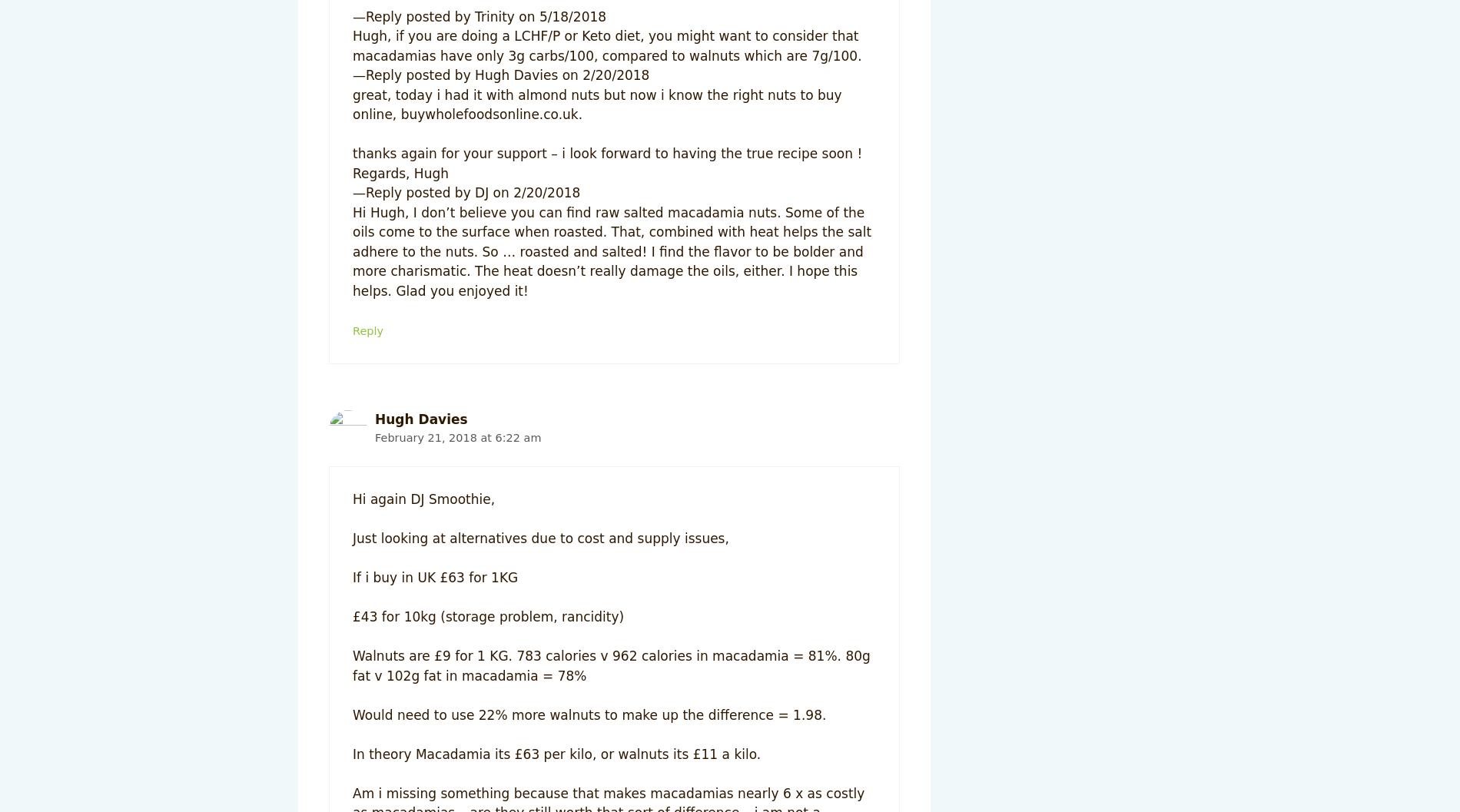 This screenshot has height=812, width=1460. I want to click on 'Hugh Davies', so click(420, 419).